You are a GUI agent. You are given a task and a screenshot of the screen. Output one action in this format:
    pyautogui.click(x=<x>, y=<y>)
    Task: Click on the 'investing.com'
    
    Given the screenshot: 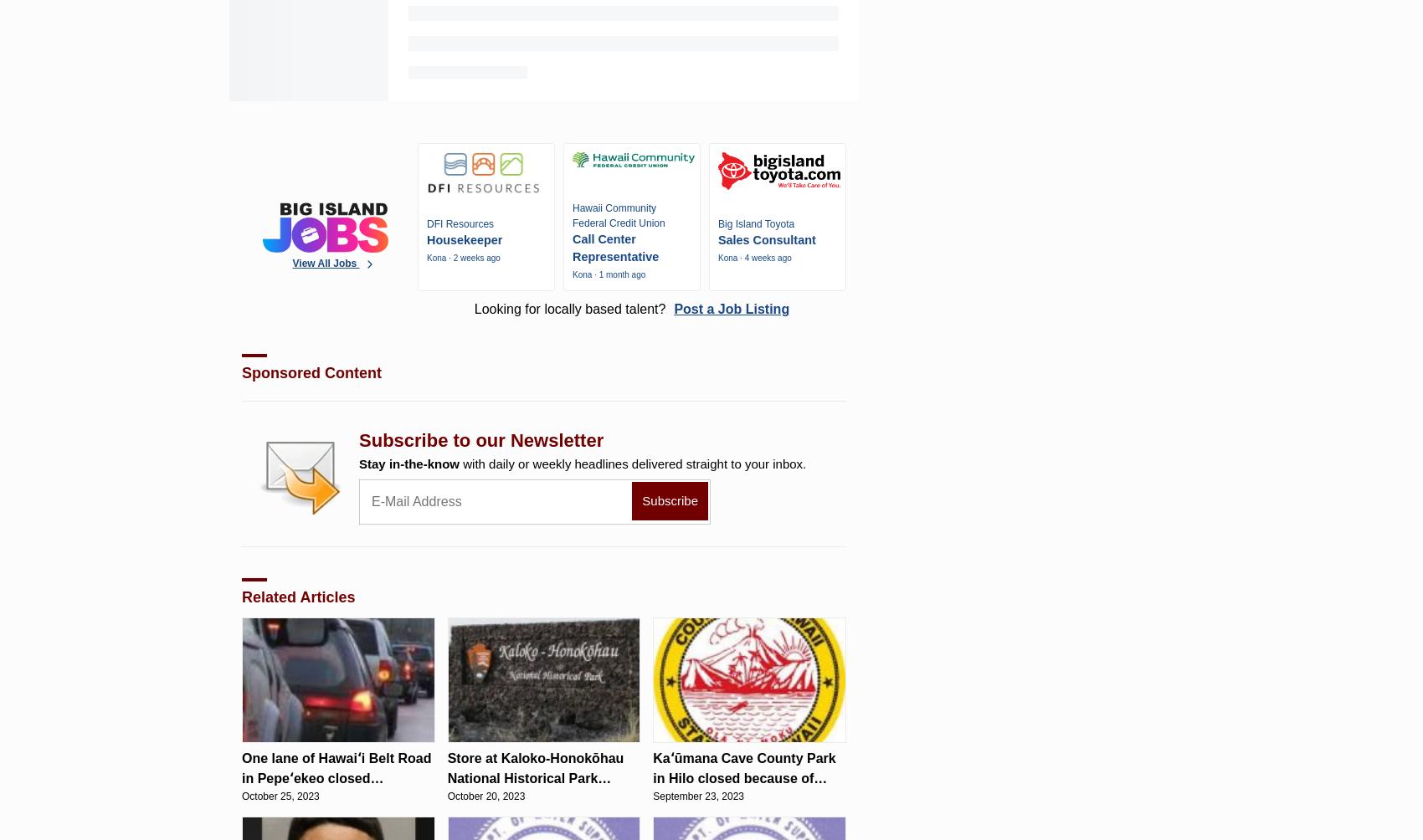 What is the action you would take?
    pyautogui.click(x=259, y=61)
    